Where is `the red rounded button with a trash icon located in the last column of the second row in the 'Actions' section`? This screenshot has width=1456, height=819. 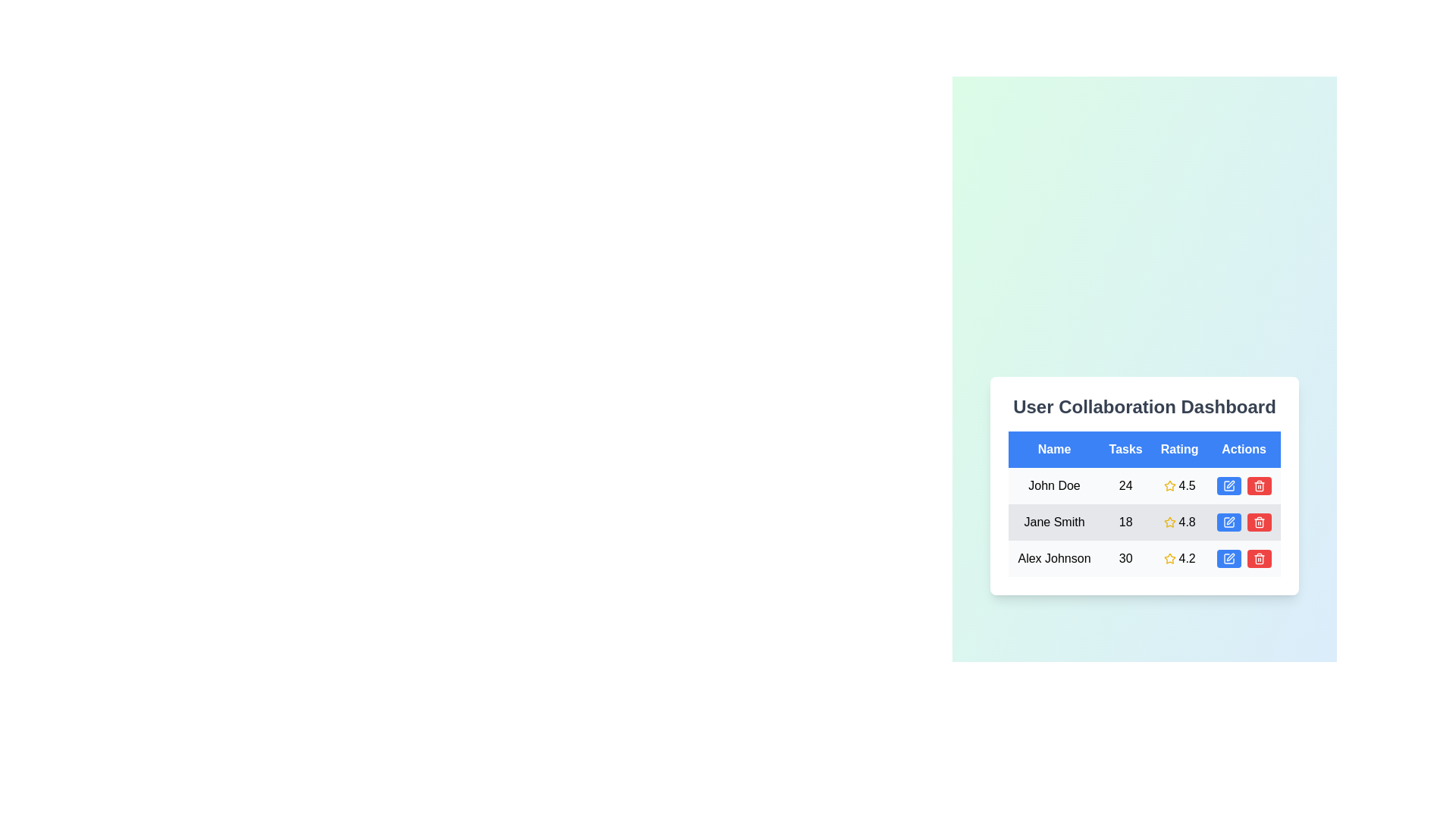
the red rounded button with a trash icon located in the last column of the second row in the 'Actions' section is located at coordinates (1259, 522).